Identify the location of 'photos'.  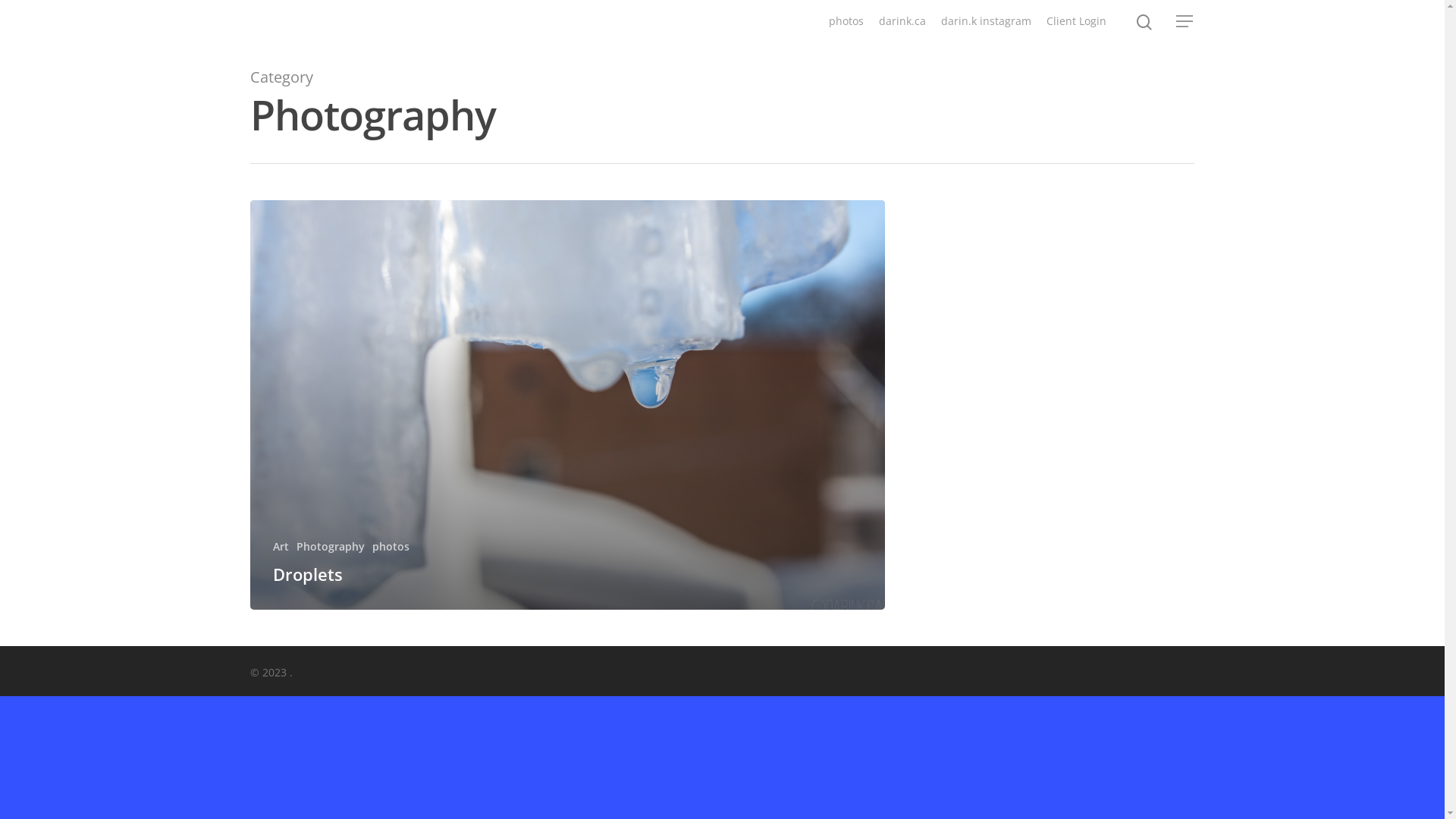
(391, 546).